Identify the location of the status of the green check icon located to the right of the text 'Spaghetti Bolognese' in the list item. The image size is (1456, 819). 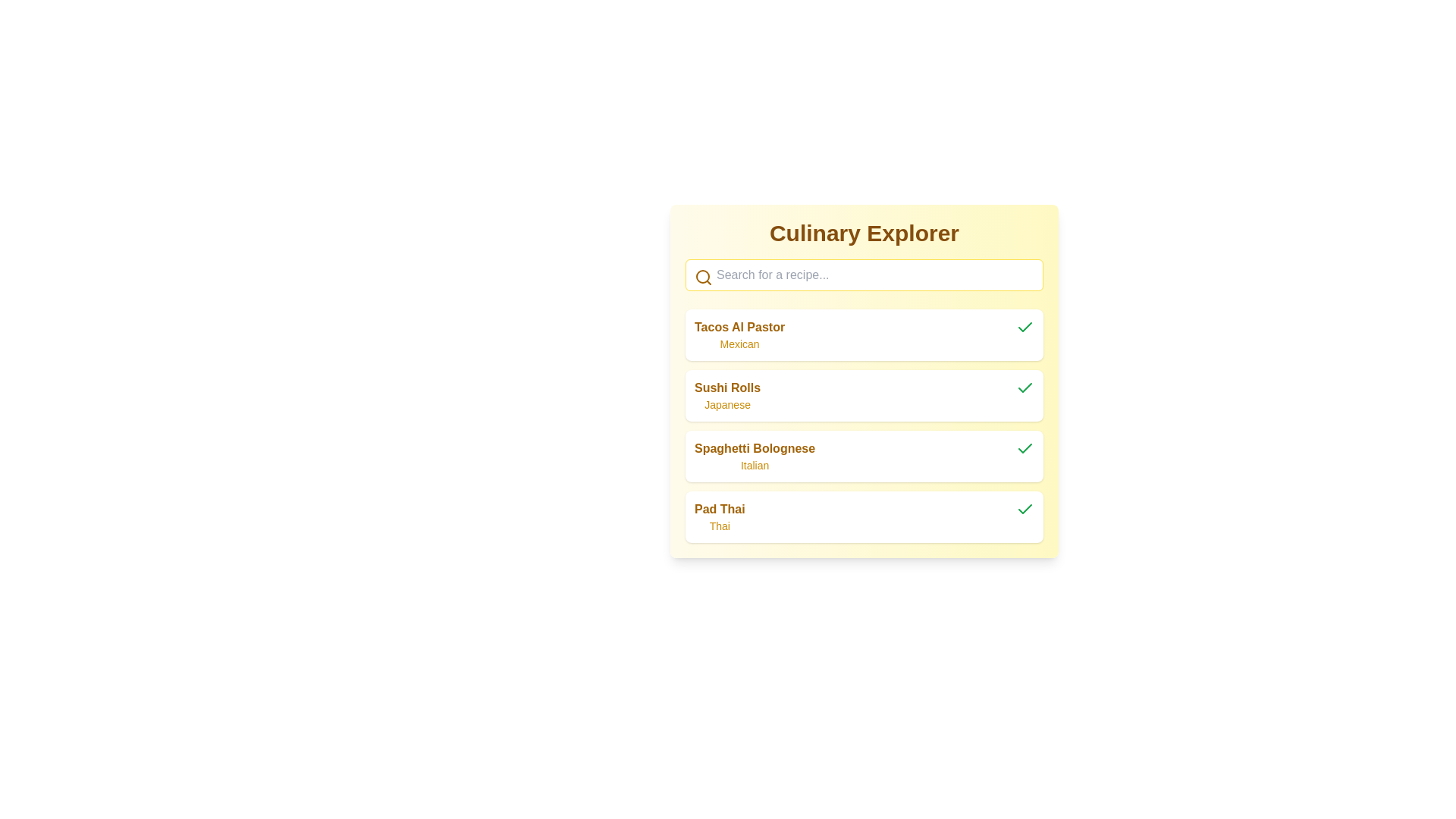
(1025, 447).